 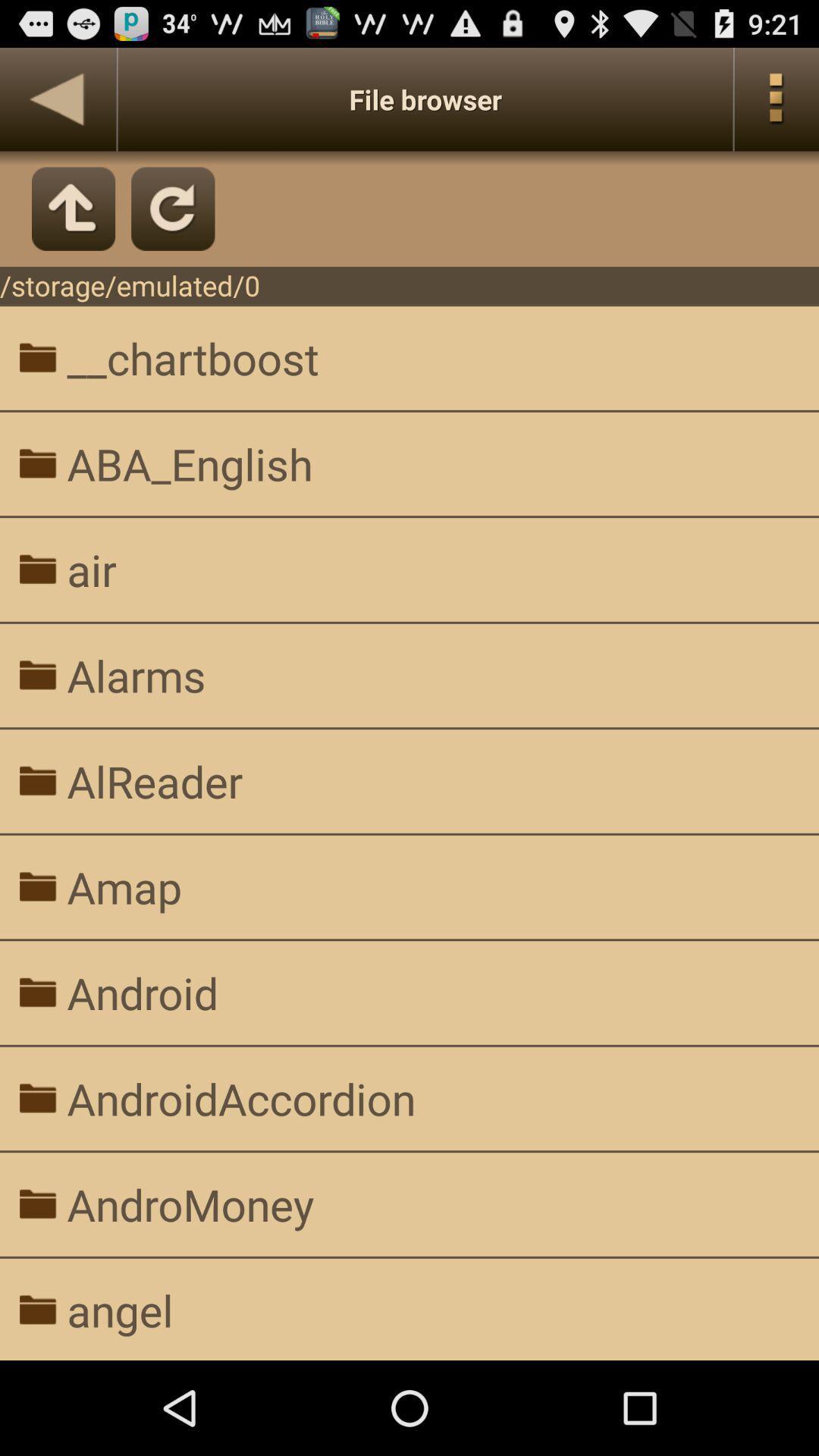 I want to click on for more options, so click(x=777, y=99).